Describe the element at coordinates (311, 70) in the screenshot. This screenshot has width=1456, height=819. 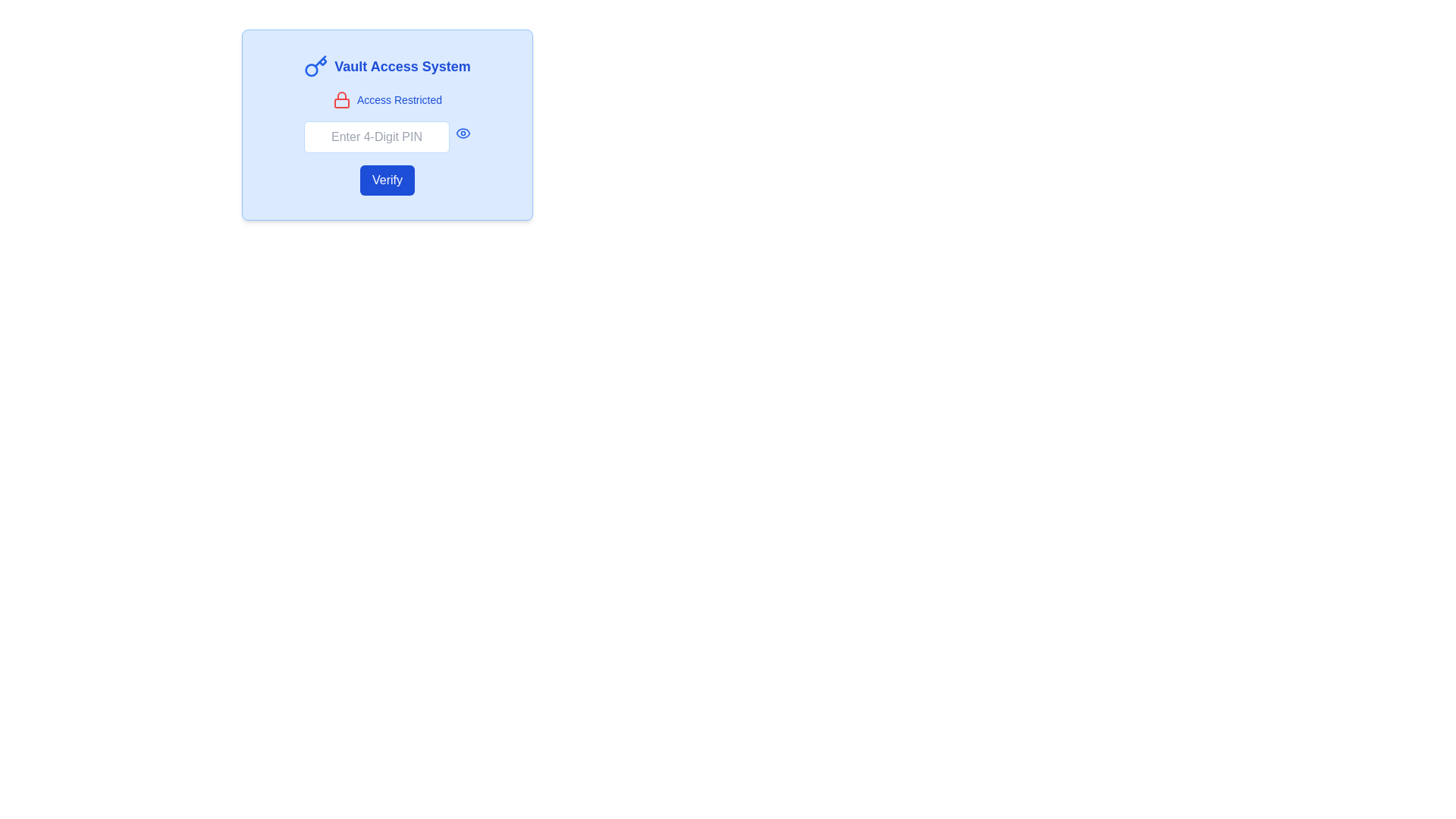
I see `the circular graphic element located in the lower-left quadrant of the key icon on the 'Vault Access System' interface` at that location.